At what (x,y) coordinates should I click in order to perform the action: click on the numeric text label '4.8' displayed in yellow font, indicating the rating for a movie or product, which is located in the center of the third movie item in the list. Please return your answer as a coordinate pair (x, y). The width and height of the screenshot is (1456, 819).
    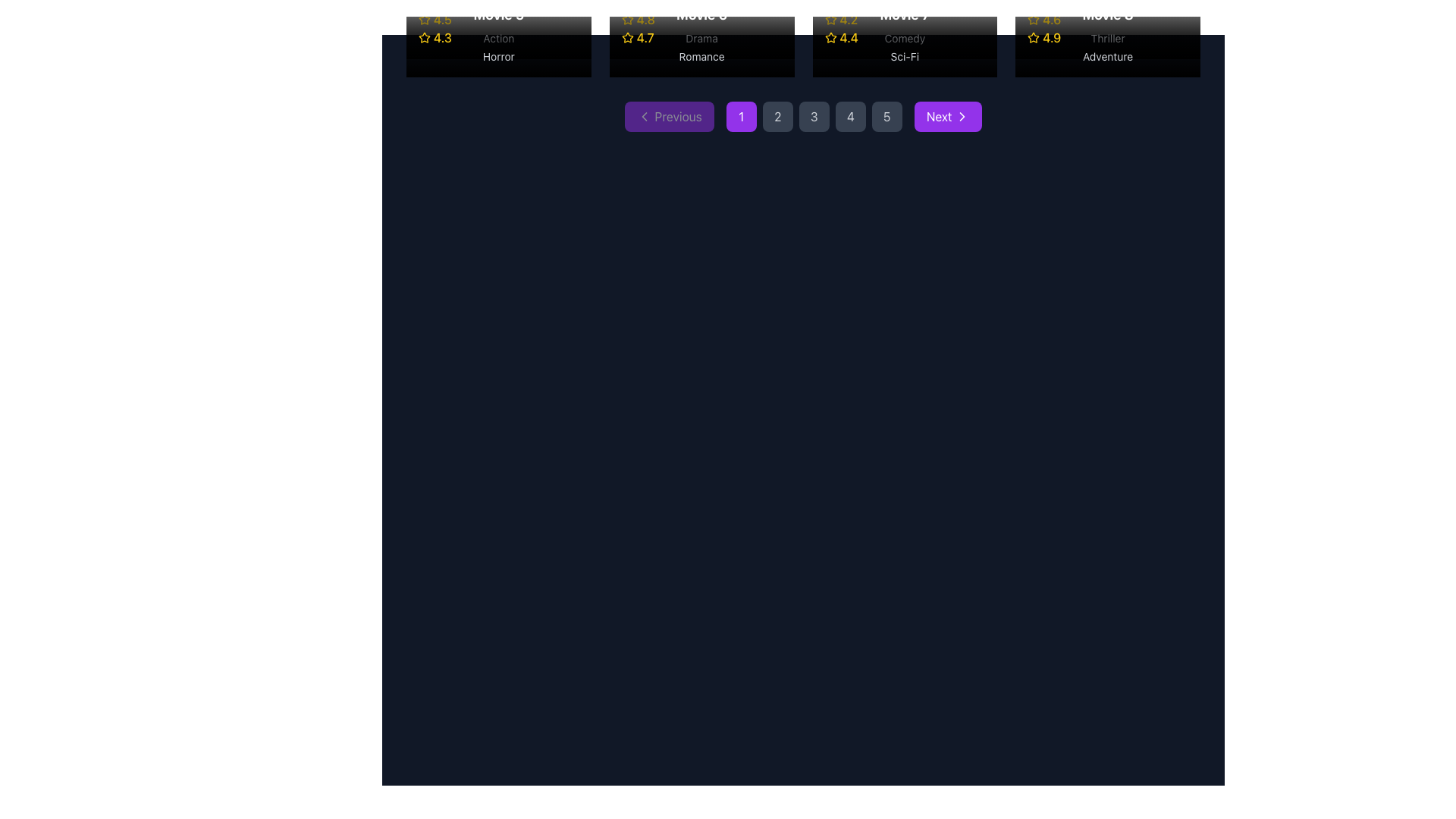
    Looking at the image, I should click on (645, 20).